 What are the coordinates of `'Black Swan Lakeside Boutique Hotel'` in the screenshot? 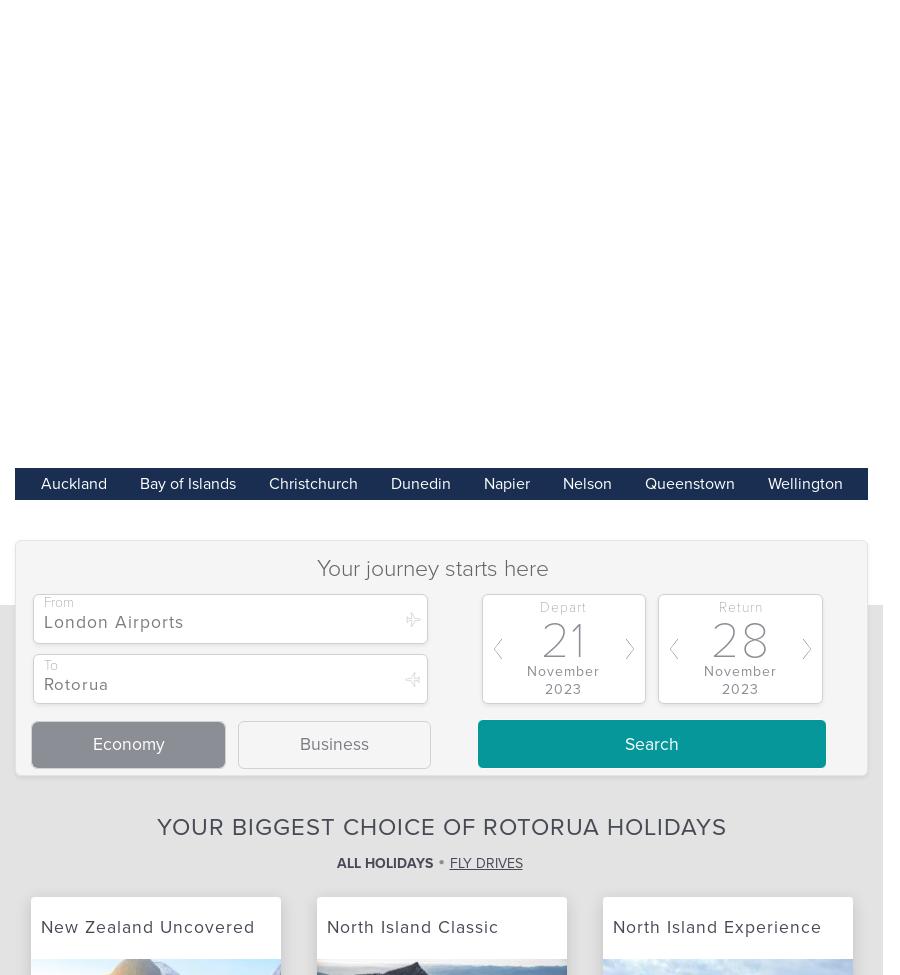 It's located at (189, 80).